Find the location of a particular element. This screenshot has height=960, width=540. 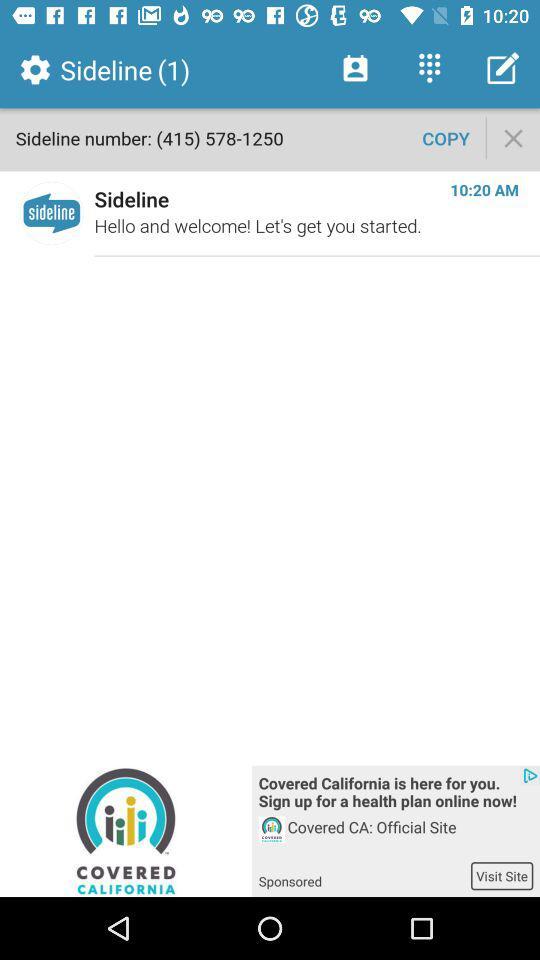

sponsored icon is located at coordinates (363, 874).